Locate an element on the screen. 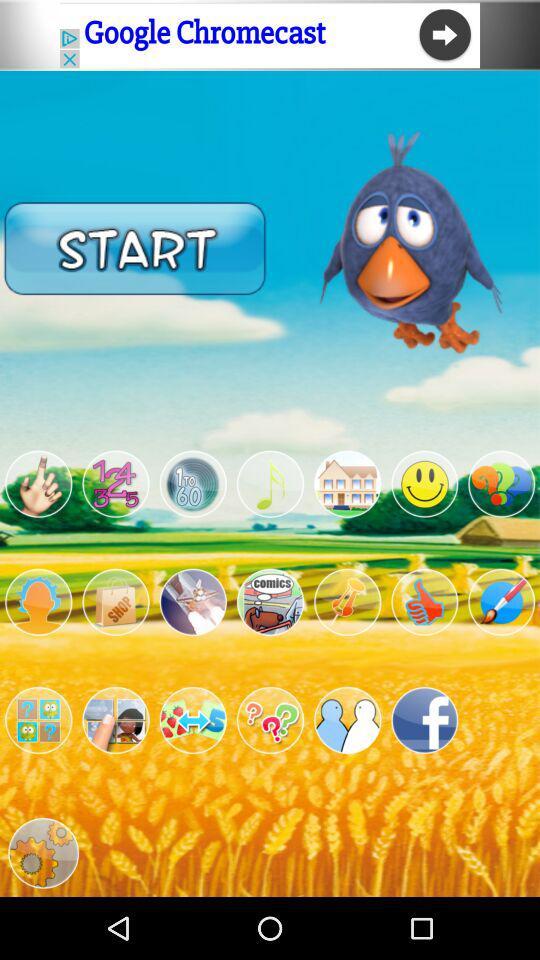  settings is located at coordinates (38, 720).